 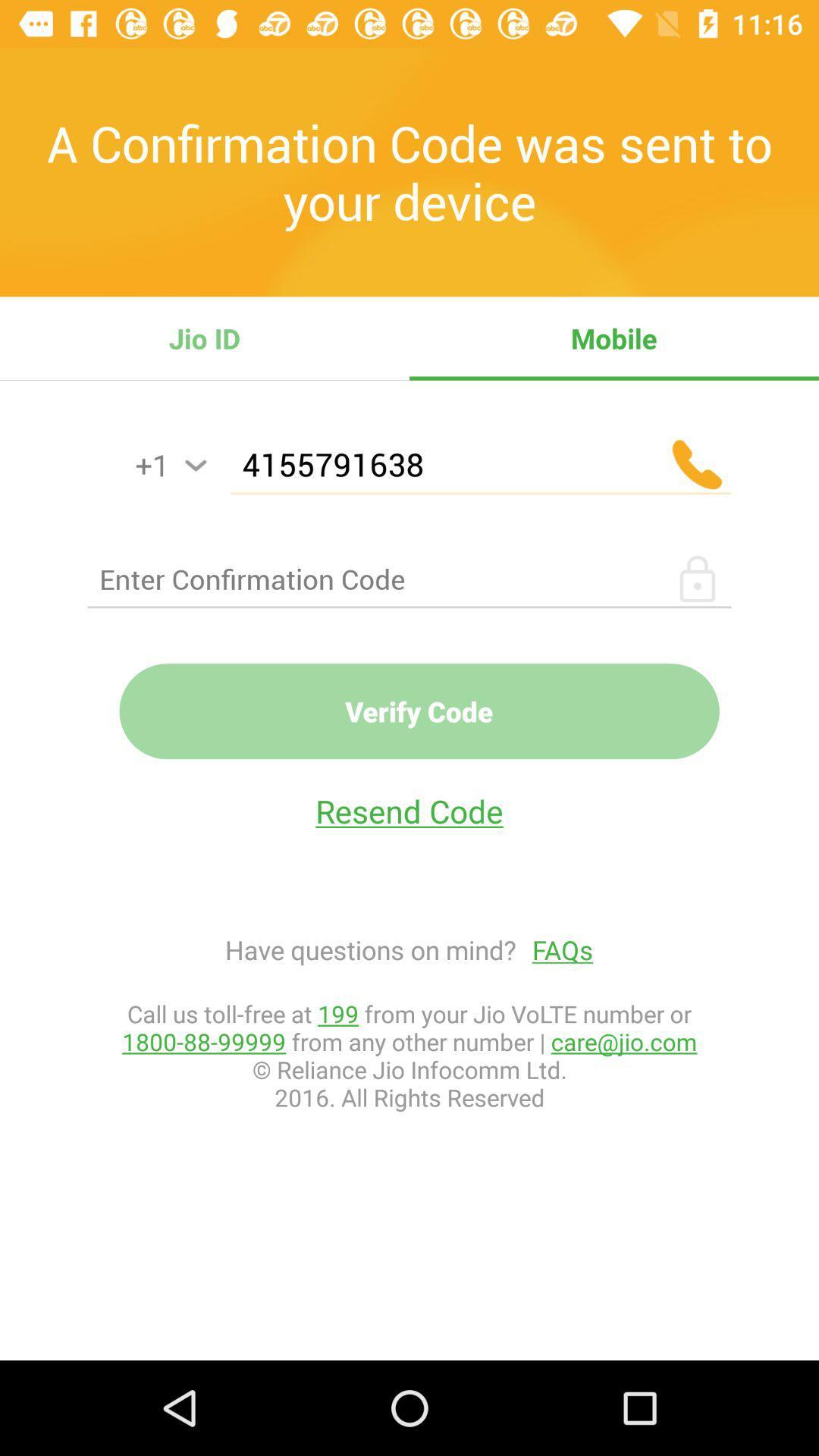 I want to click on the item next to the have questions on icon, so click(x=554, y=949).